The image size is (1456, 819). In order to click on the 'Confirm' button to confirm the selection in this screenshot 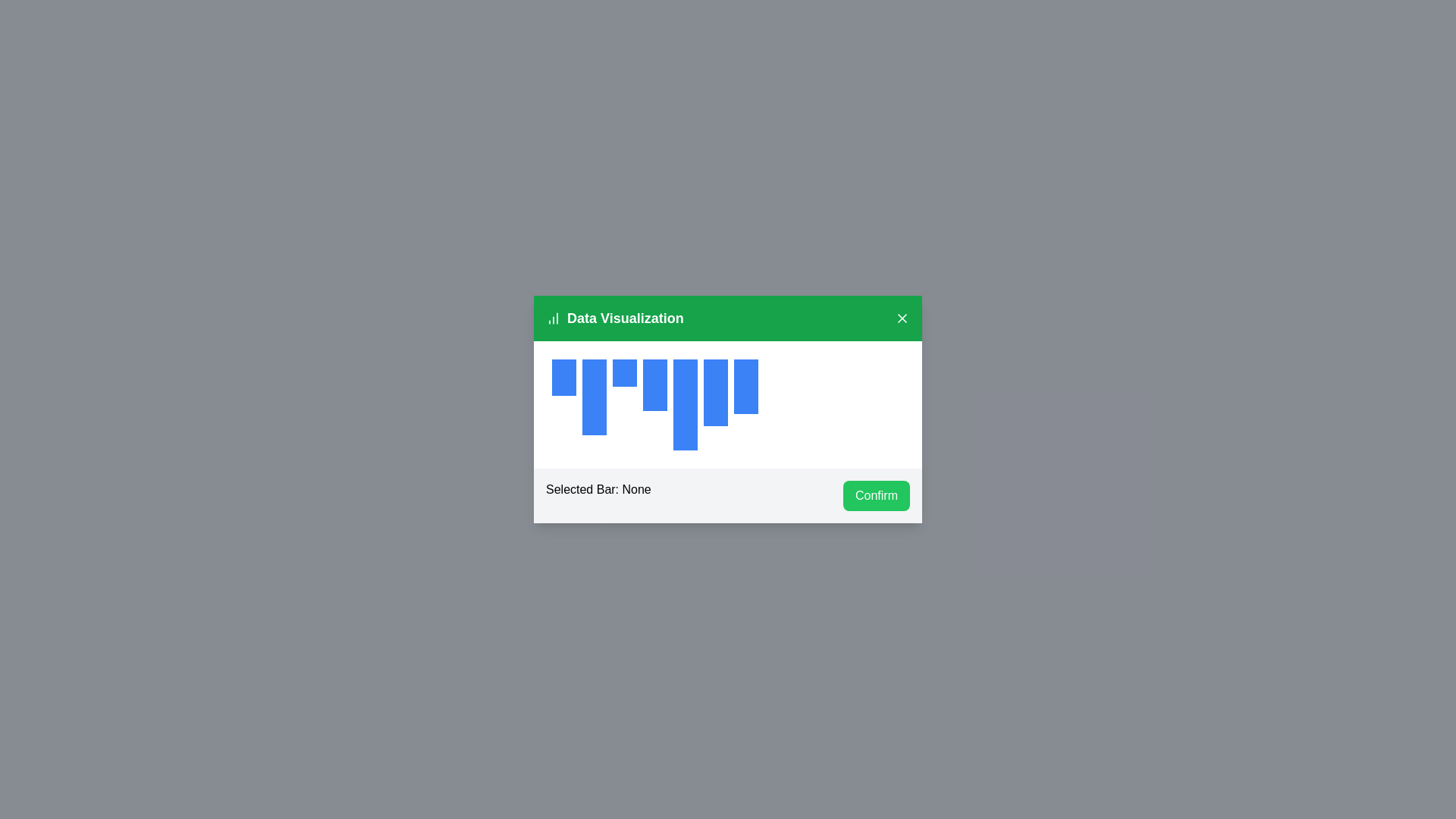, I will do `click(877, 496)`.